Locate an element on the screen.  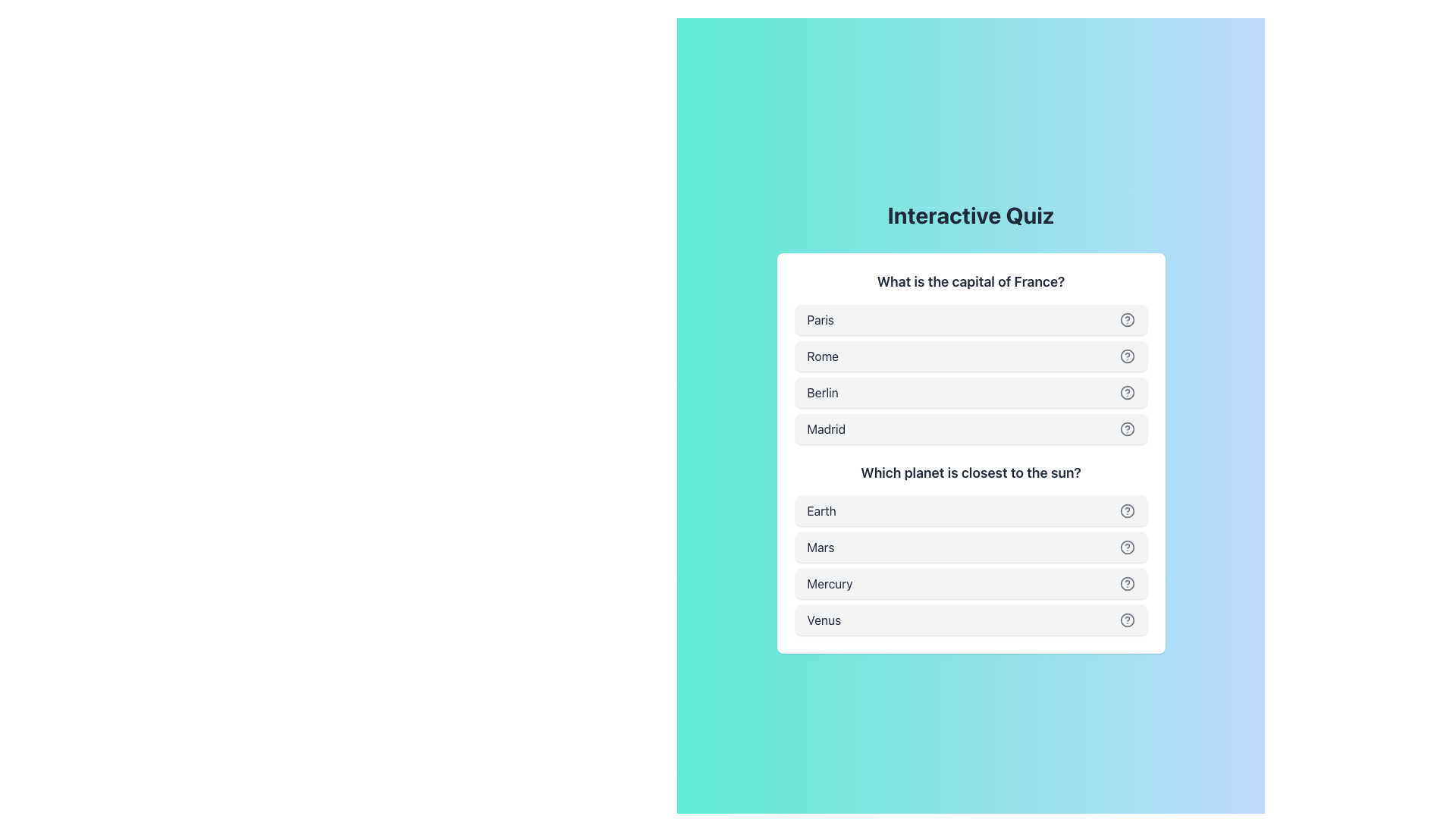
the help icon located at the far right of the row labeled 'Madrid' is located at coordinates (1127, 429).